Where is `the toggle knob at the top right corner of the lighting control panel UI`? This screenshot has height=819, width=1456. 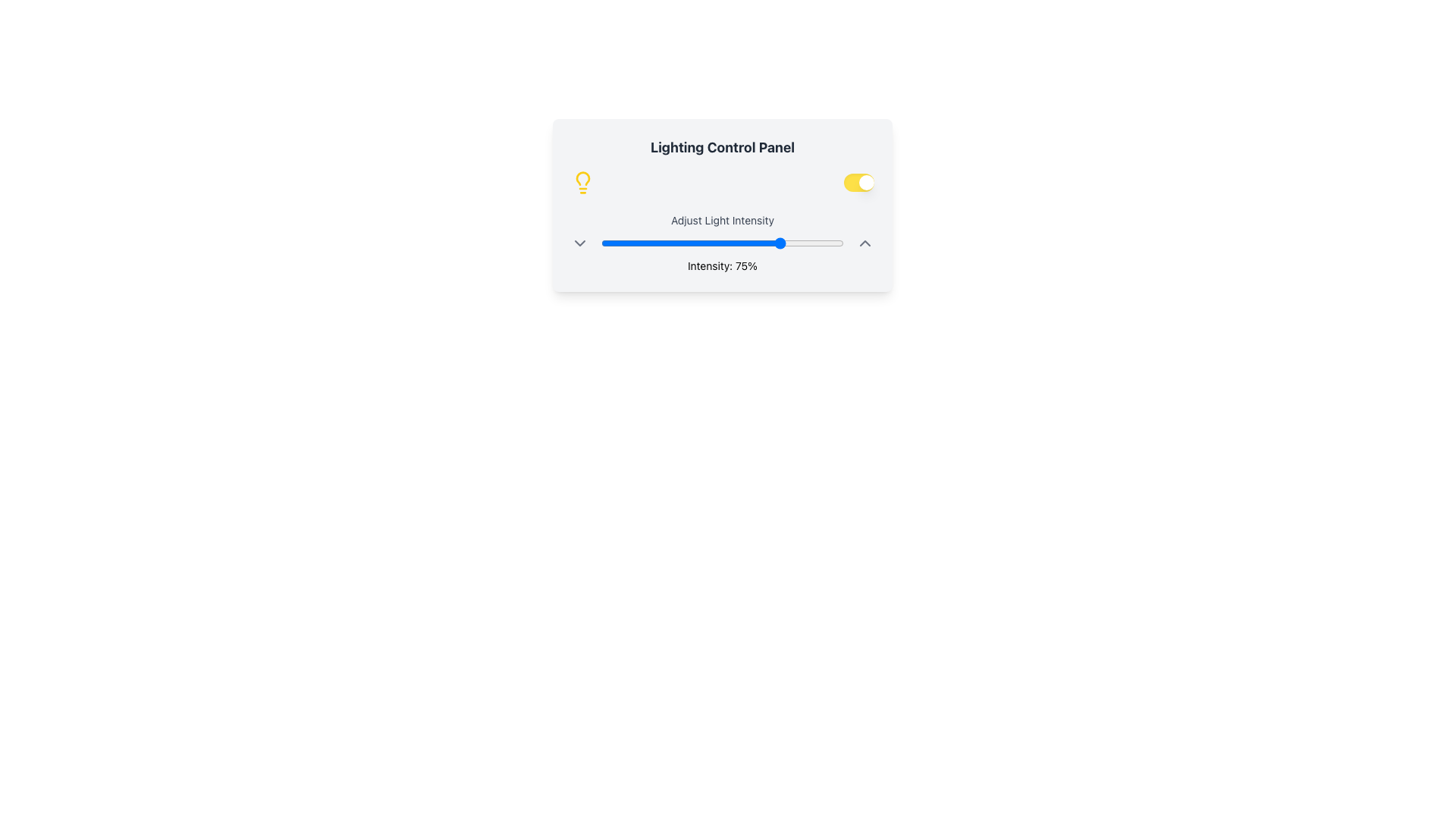
the toggle knob at the top right corner of the lighting control panel UI is located at coordinates (866, 181).